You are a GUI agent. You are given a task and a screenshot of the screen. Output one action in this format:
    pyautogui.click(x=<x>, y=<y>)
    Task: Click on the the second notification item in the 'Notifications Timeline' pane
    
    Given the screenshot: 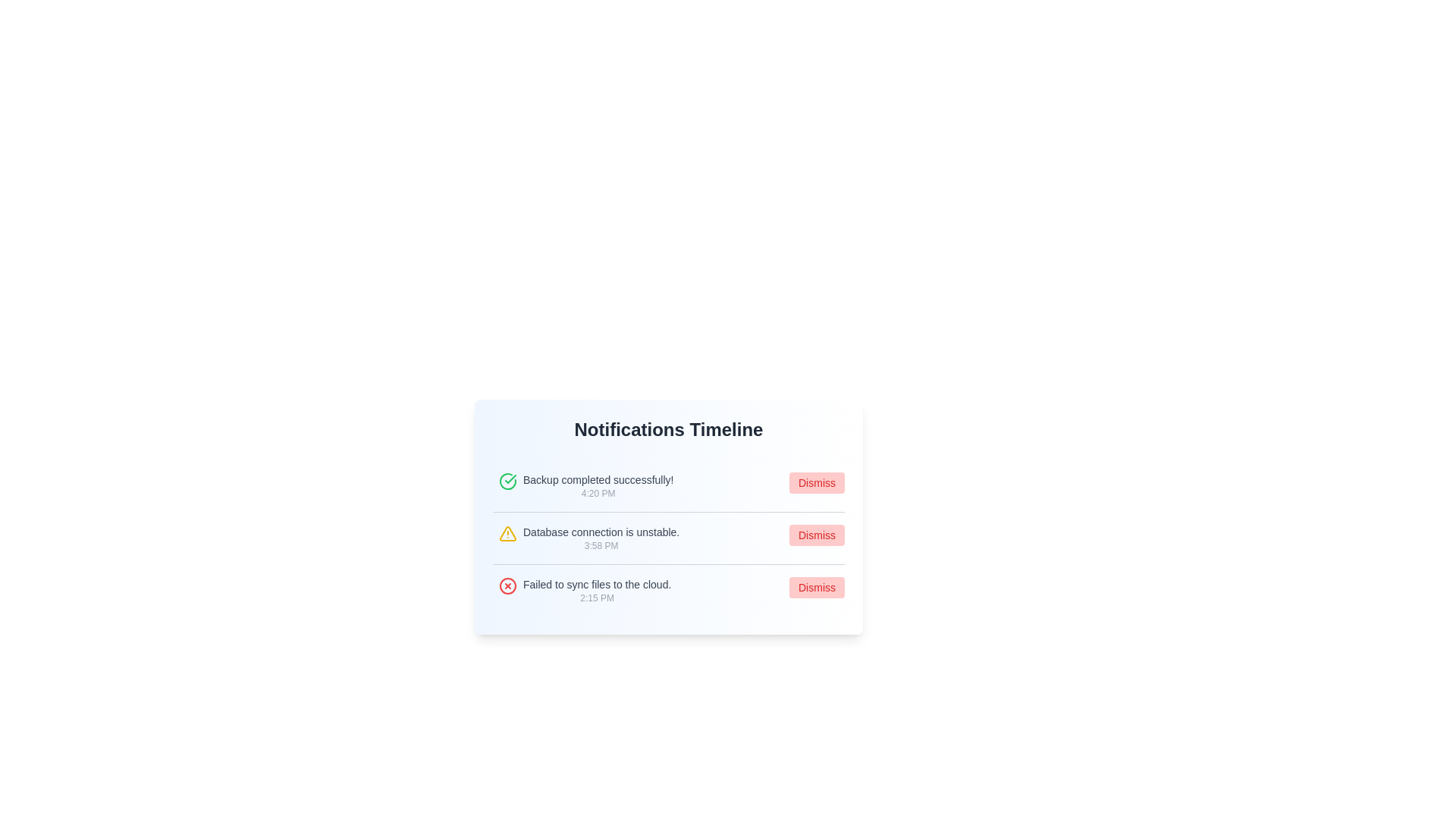 What is the action you would take?
    pyautogui.click(x=585, y=537)
    